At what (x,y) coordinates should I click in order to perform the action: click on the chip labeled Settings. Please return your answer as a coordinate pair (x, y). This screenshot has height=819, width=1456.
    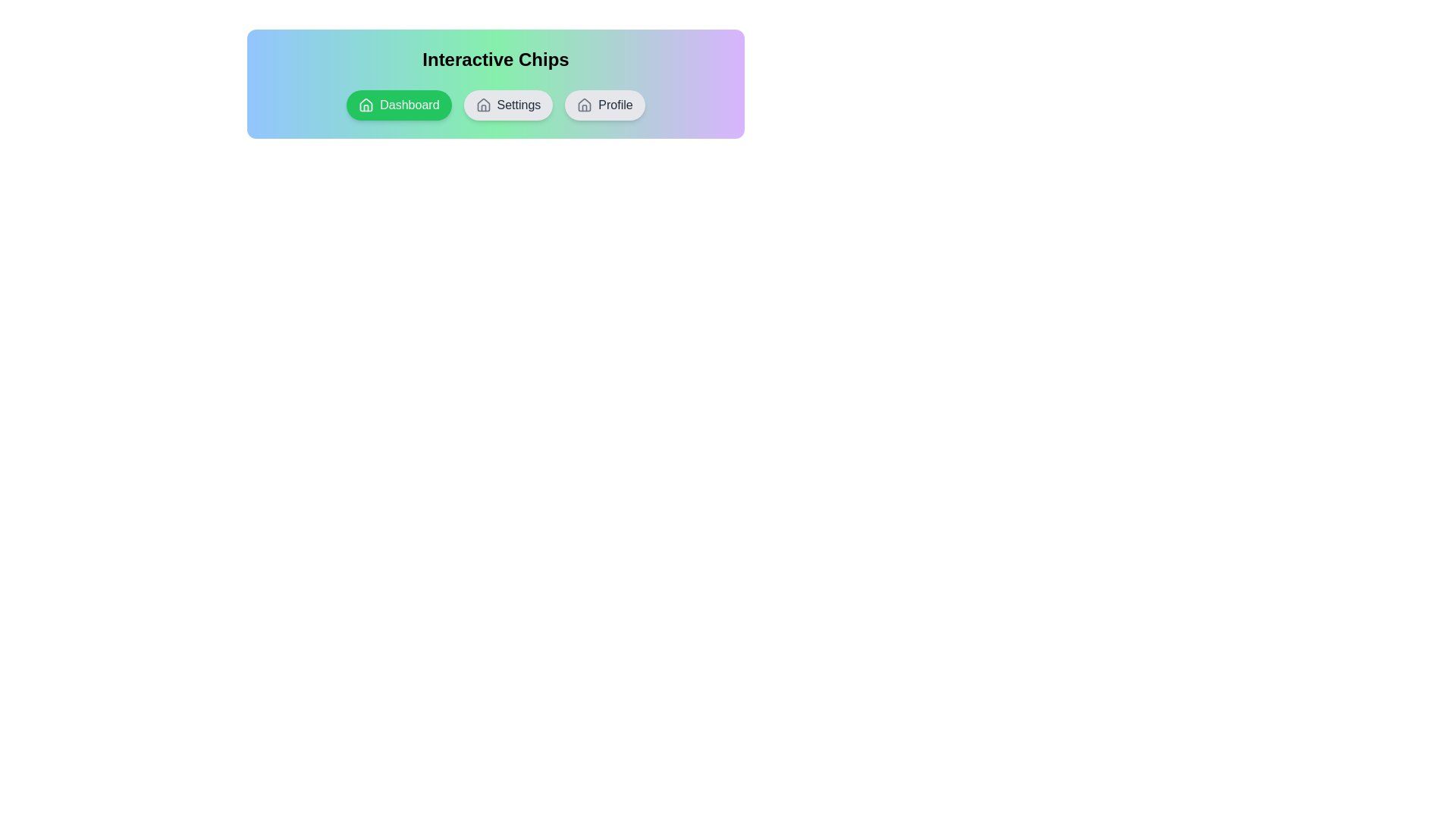
    Looking at the image, I should click on (508, 104).